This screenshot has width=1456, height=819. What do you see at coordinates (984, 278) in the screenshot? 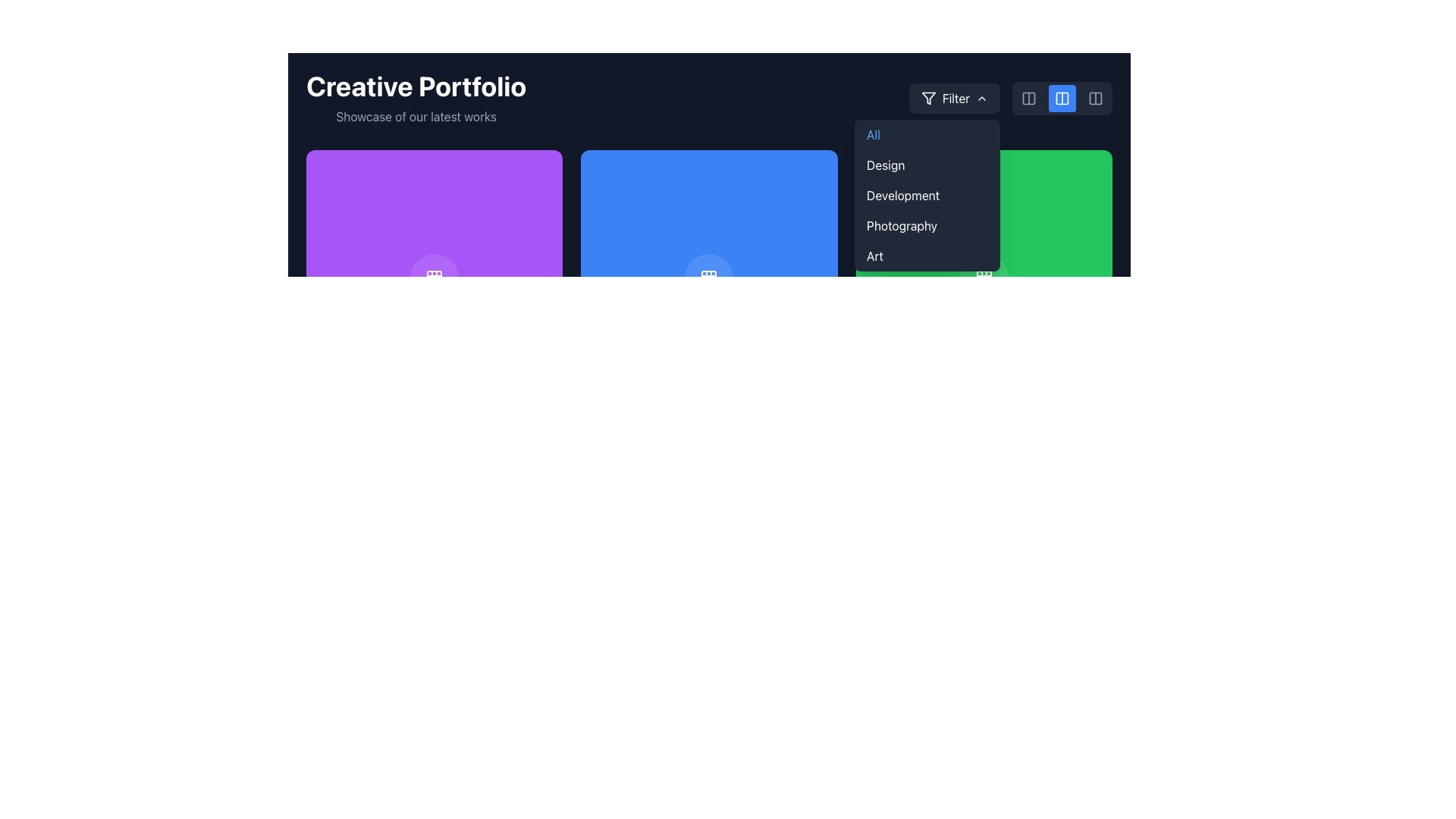
I see `the 3x3 grid icon with a white color scheme, located in the top bar of the interface` at bounding box center [984, 278].